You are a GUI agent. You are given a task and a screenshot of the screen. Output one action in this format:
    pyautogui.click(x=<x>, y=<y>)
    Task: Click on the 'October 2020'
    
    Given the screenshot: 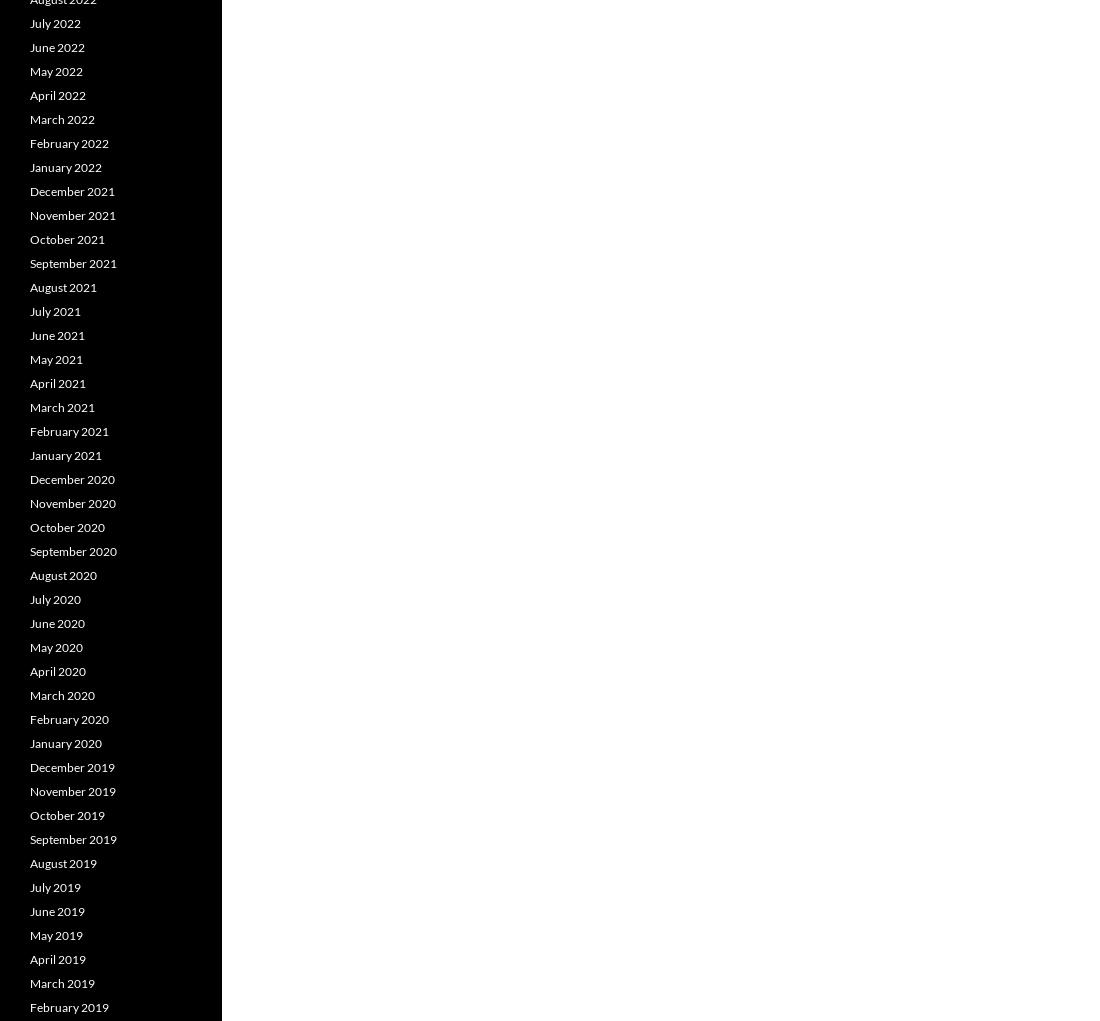 What is the action you would take?
    pyautogui.click(x=66, y=527)
    